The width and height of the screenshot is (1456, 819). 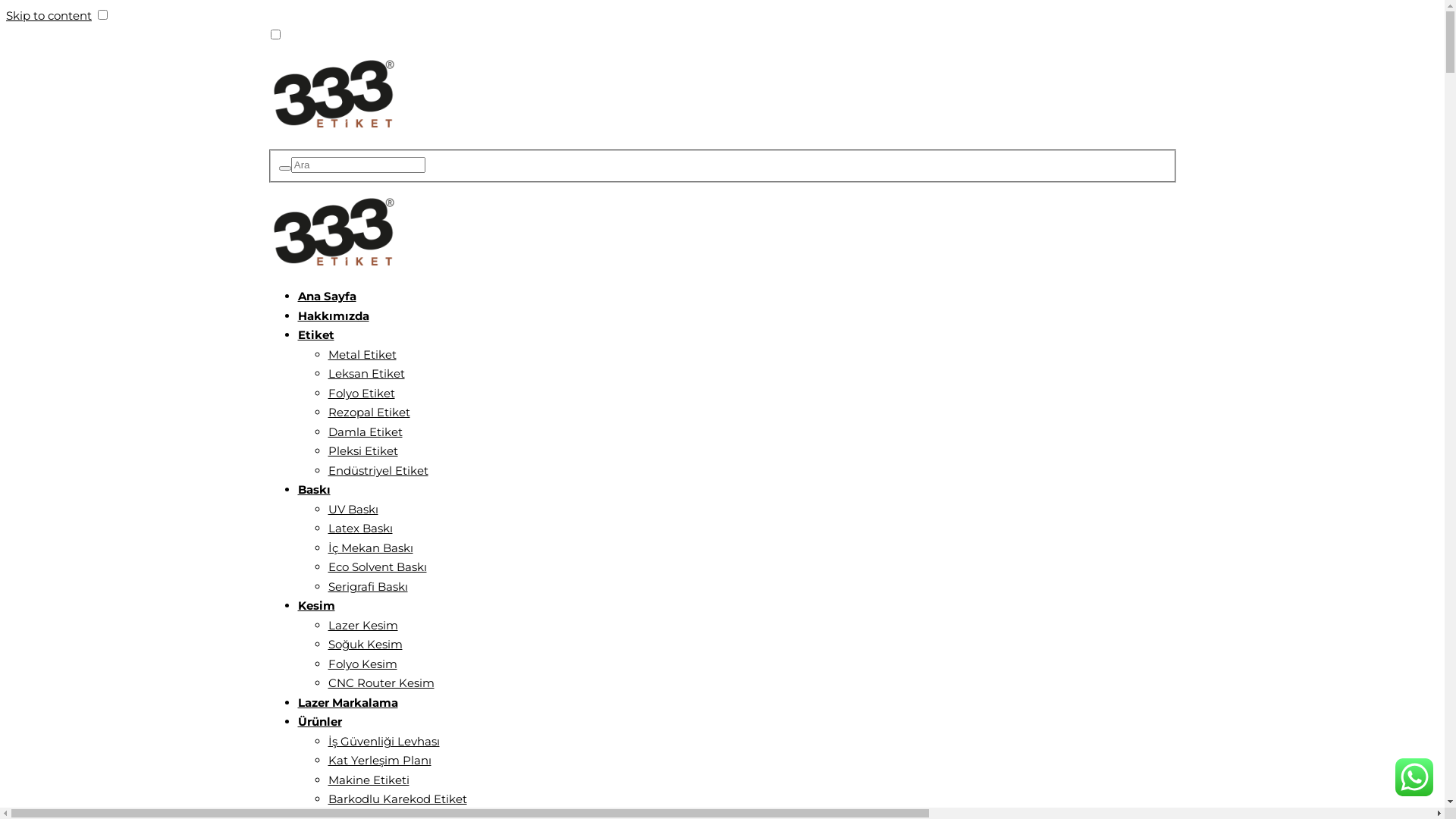 What do you see at coordinates (315, 604) in the screenshot?
I see `'Kesim'` at bounding box center [315, 604].